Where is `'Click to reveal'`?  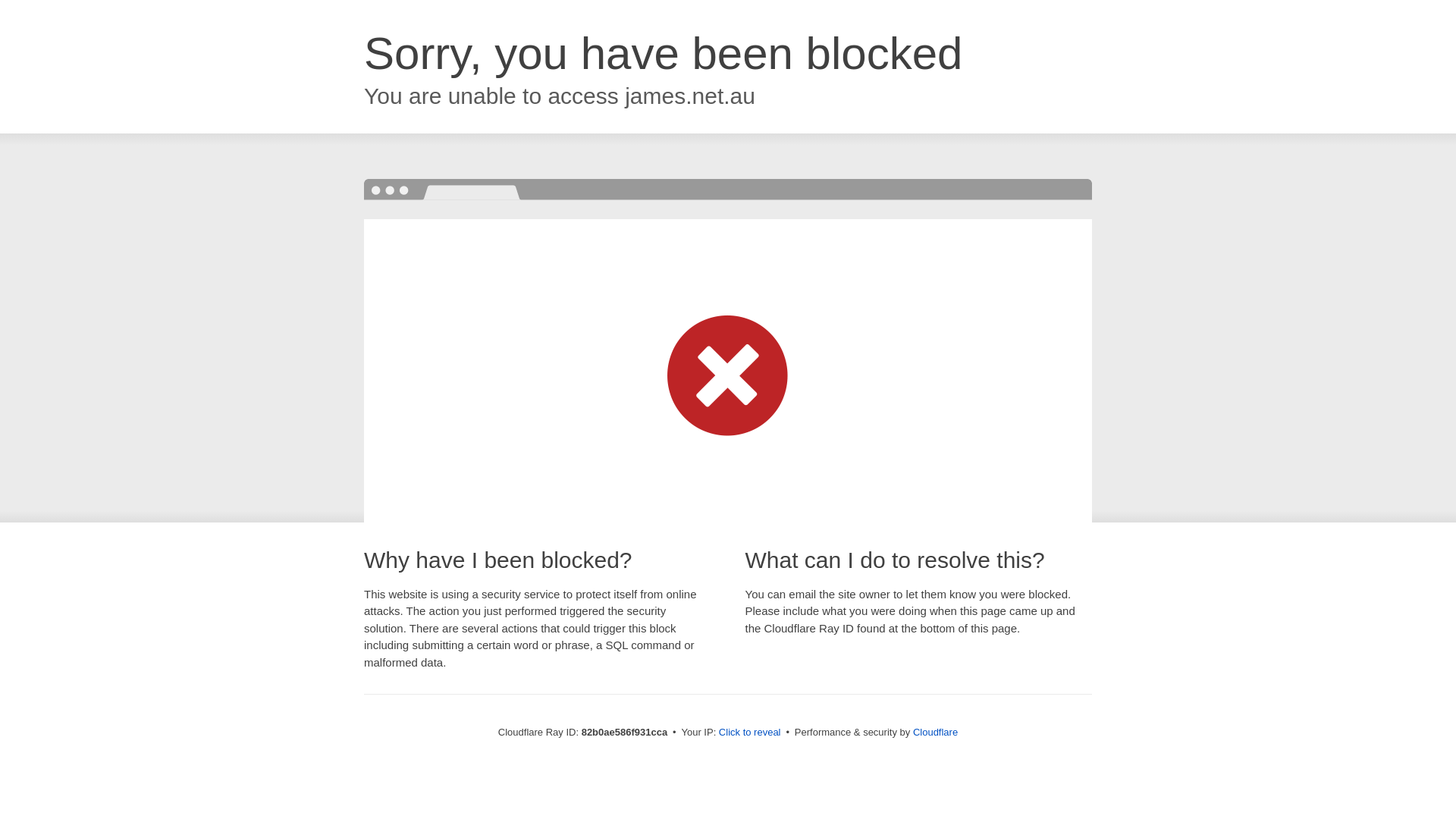 'Click to reveal' is located at coordinates (749, 731).